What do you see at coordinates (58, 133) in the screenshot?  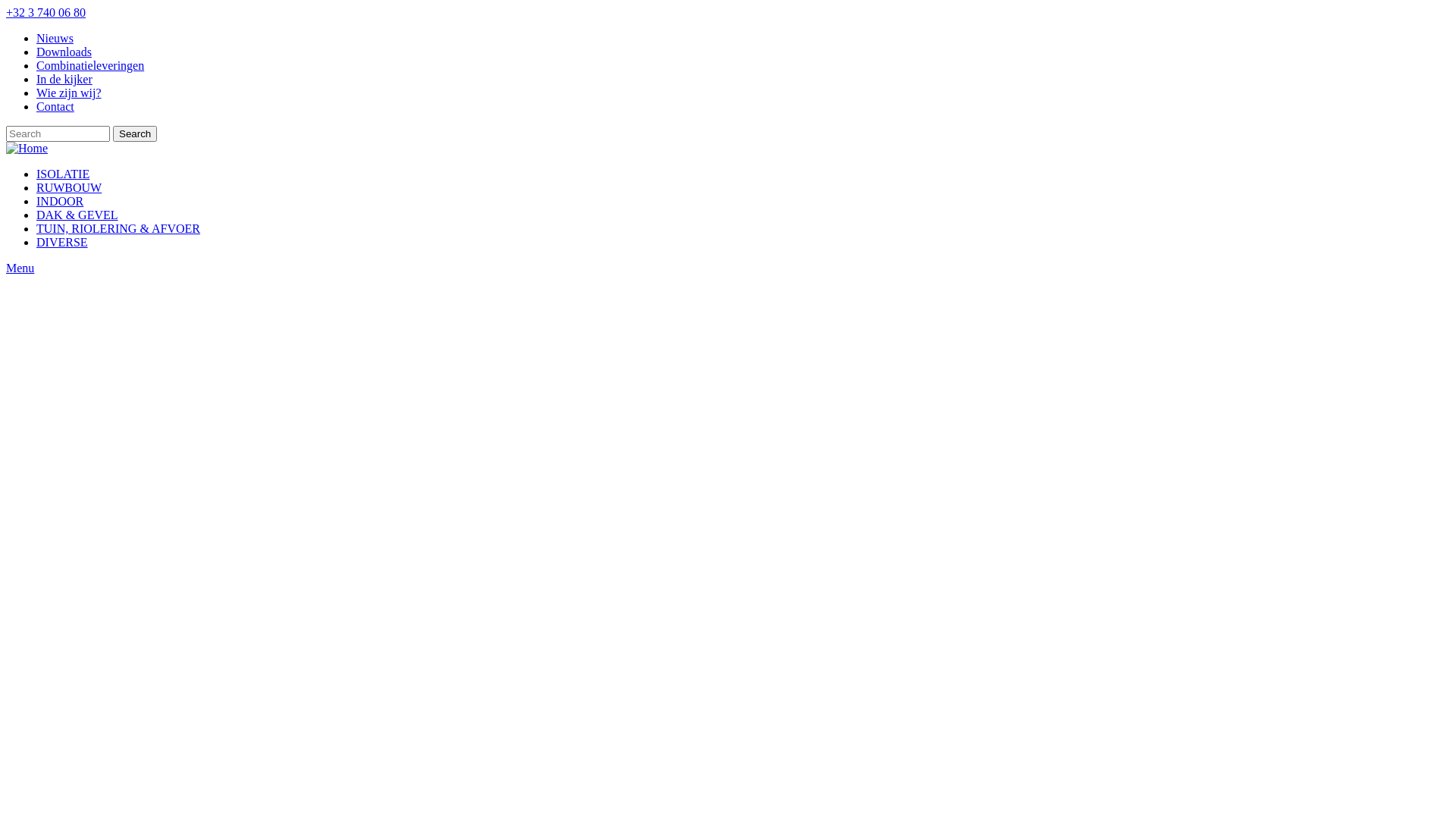 I see `'Geef de woorden op waarnaar u wilt zoeken.'` at bounding box center [58, 133].